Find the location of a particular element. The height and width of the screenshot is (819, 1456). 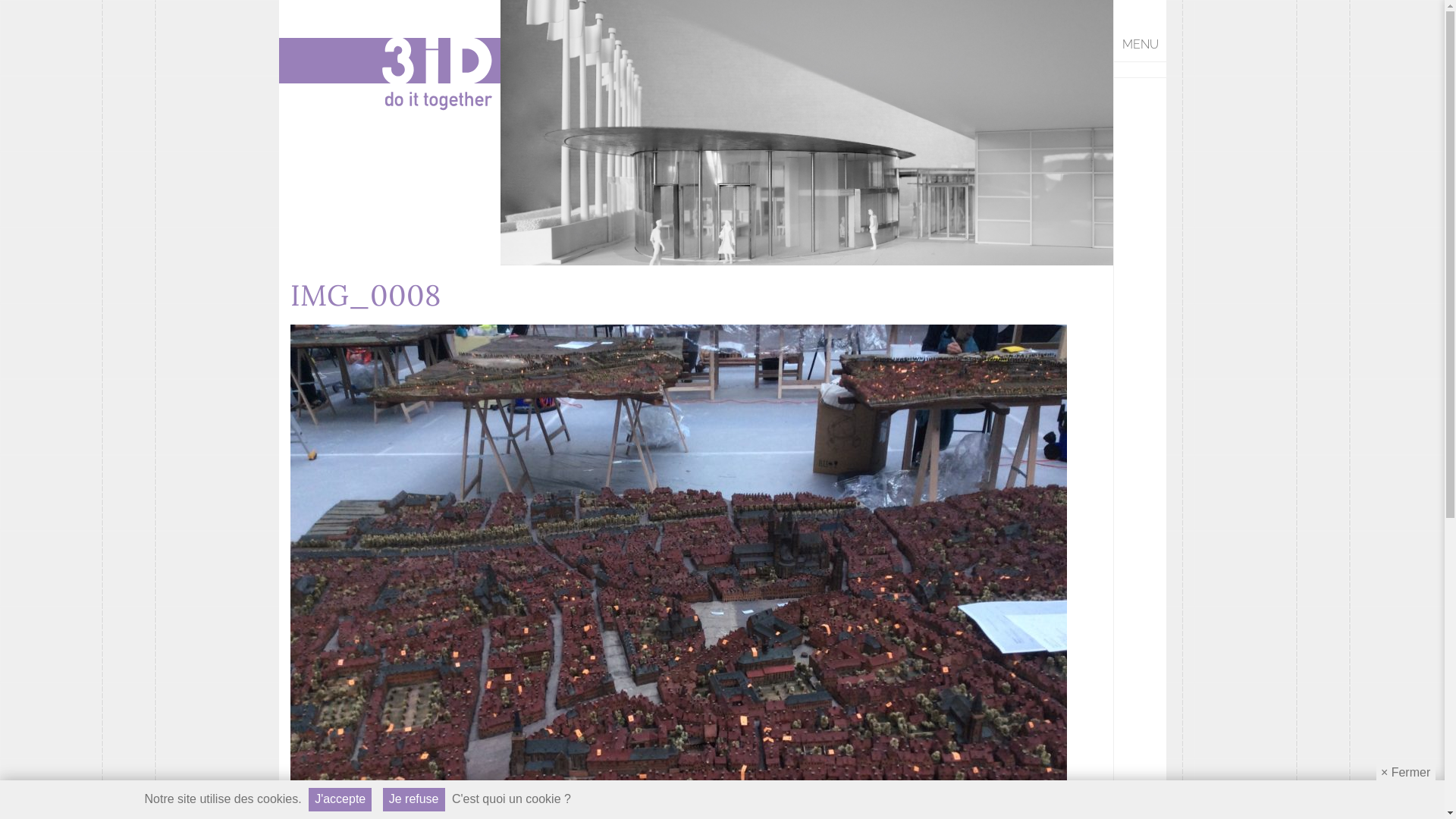

'C'est quoi un cookie ?' is located at coordinates (511, 799).